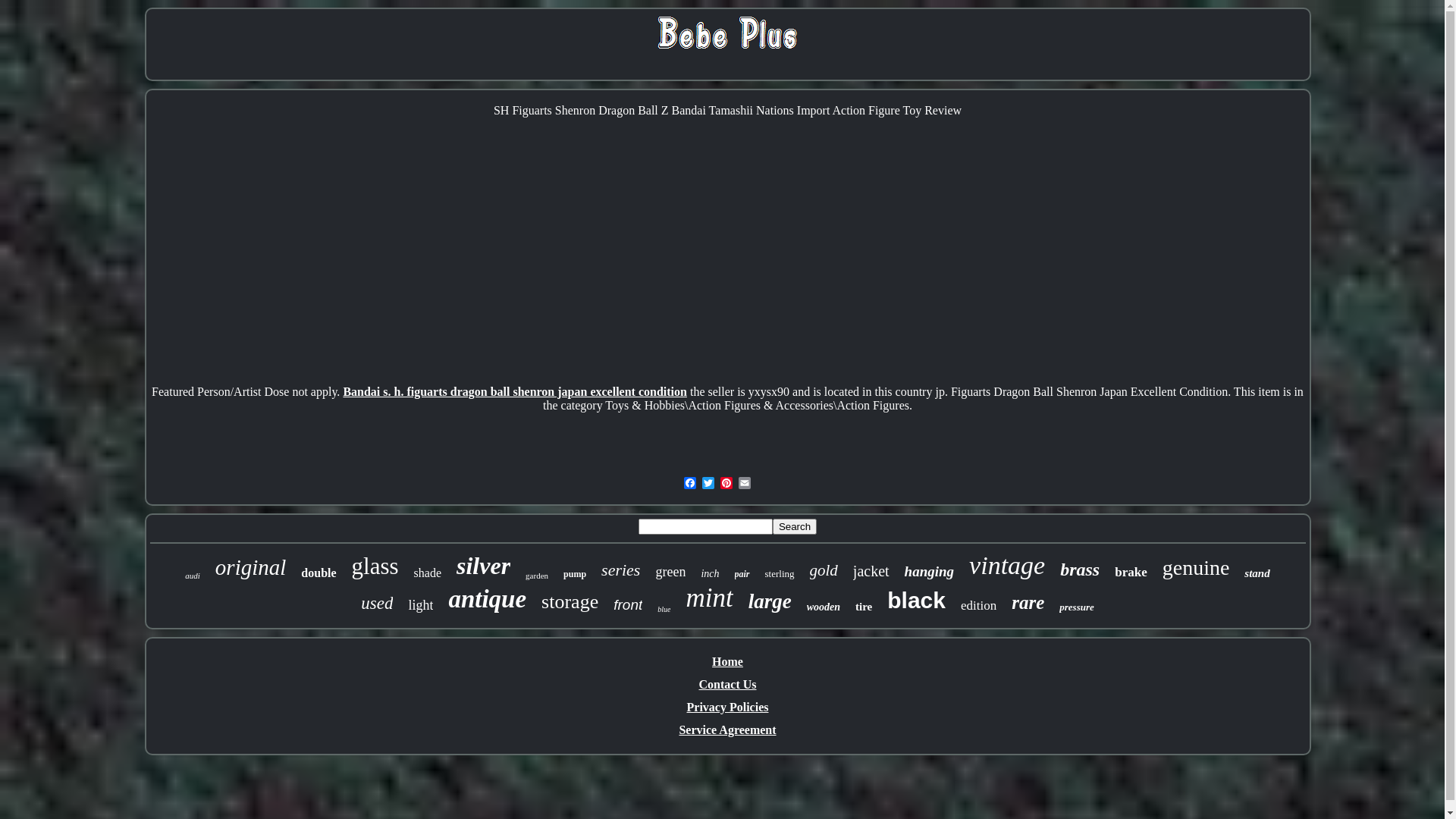 The image size is (1456, 819). I want to click on 'audi', so click(192, 576).